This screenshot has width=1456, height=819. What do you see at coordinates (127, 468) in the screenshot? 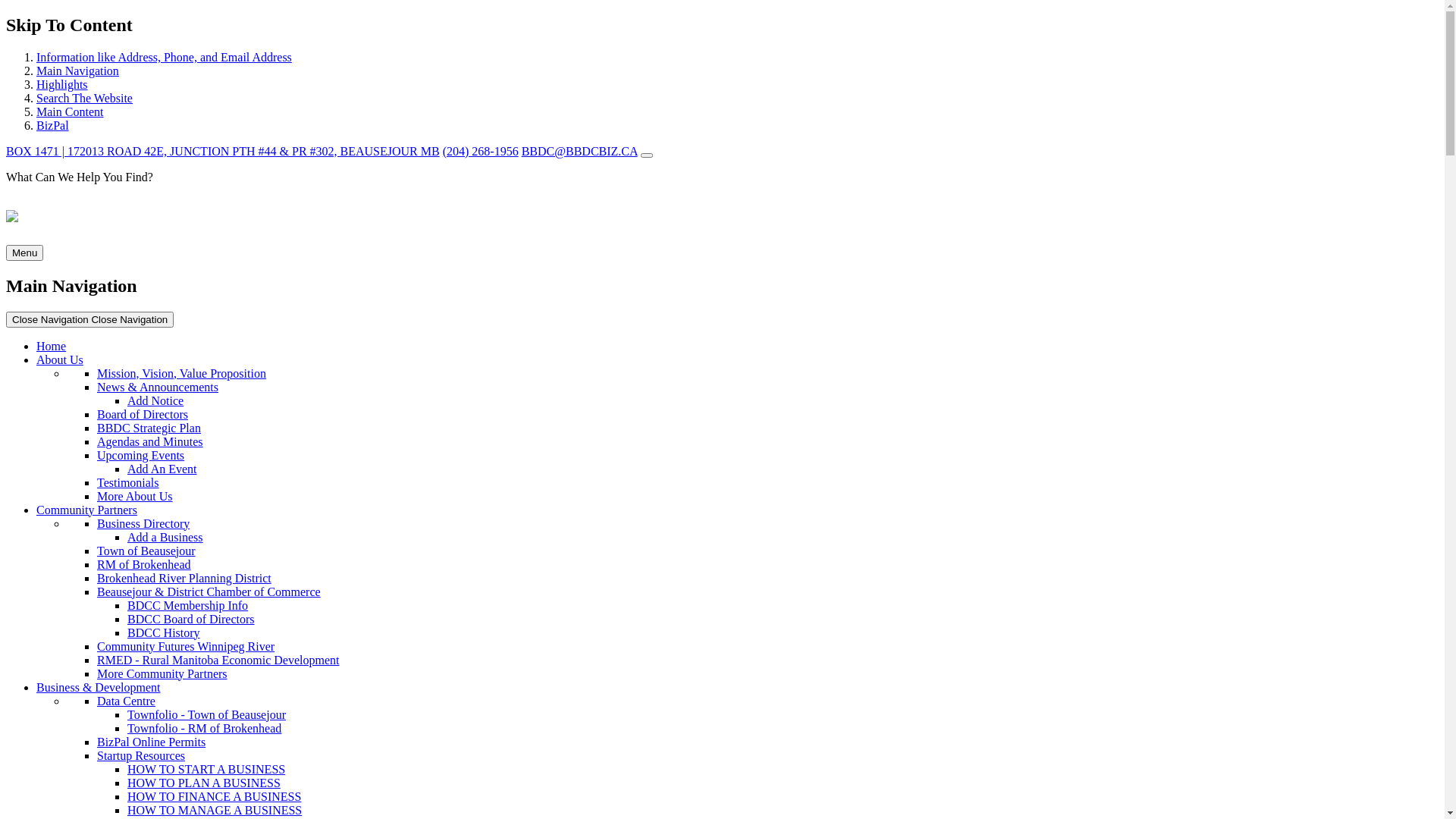
I see `'Add An Event'` at bounding box center [127, 468].